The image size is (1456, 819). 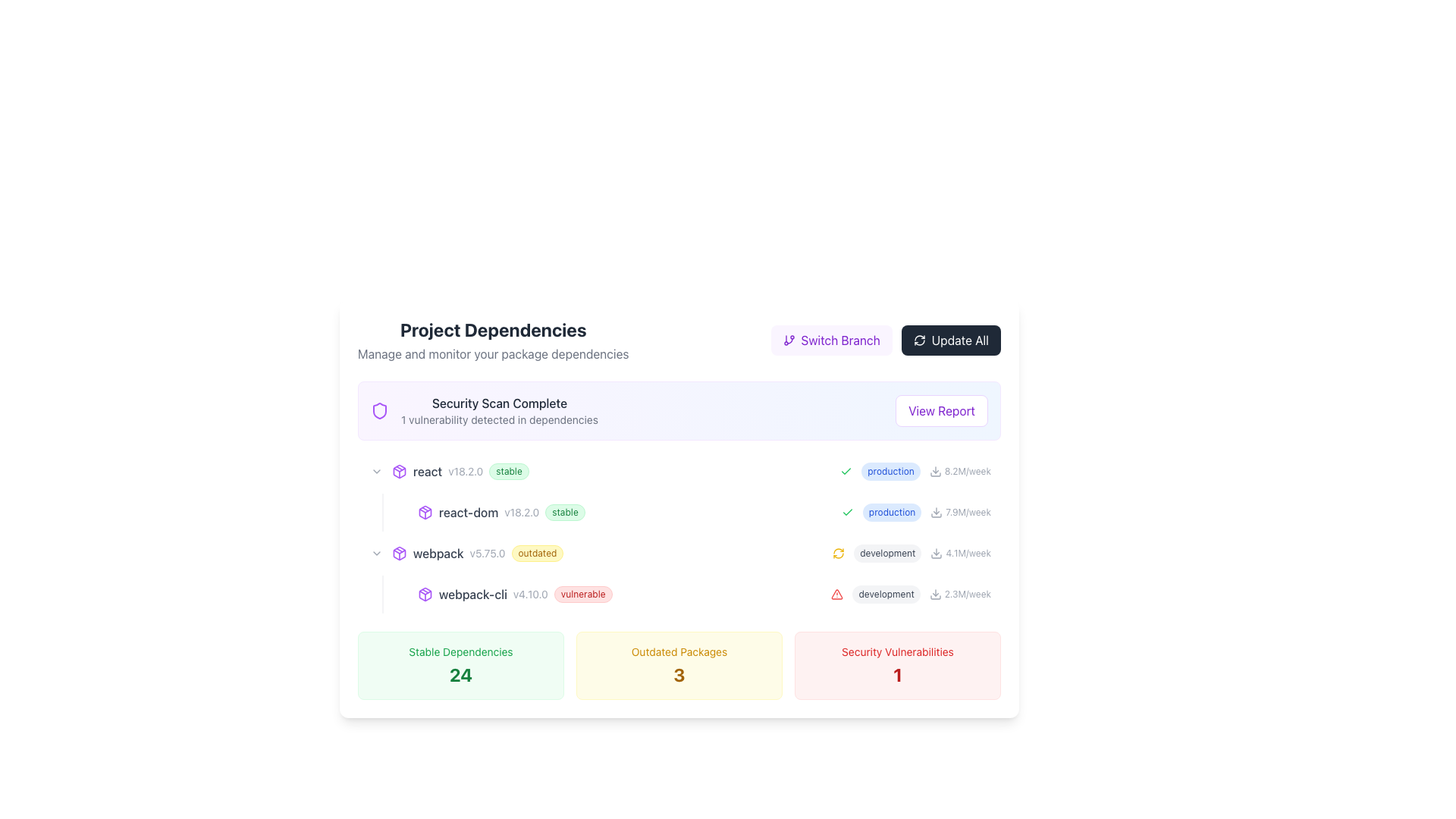 I want to click on the Text Label indicating the name of a dependency or package in the project's dependency list, so click(x=472, y=593).